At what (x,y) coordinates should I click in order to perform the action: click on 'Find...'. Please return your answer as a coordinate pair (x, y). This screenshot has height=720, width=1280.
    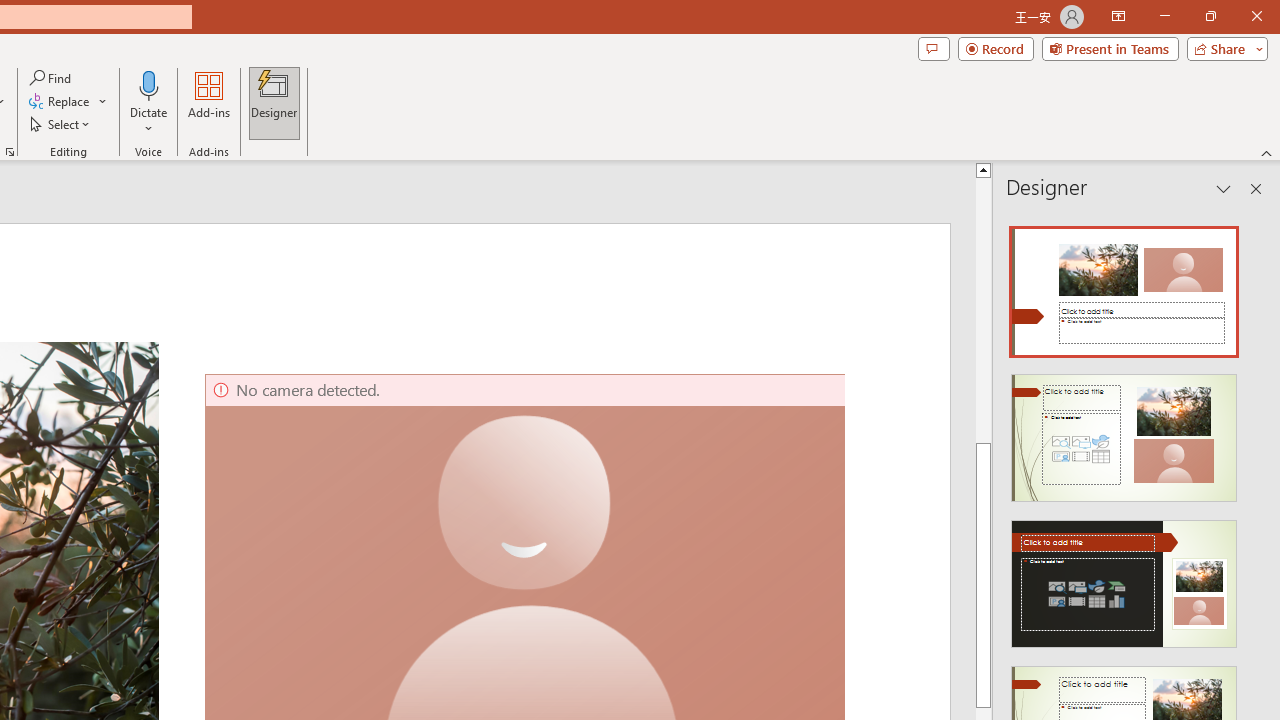
    Looking at the image, I should click on (51, 77).